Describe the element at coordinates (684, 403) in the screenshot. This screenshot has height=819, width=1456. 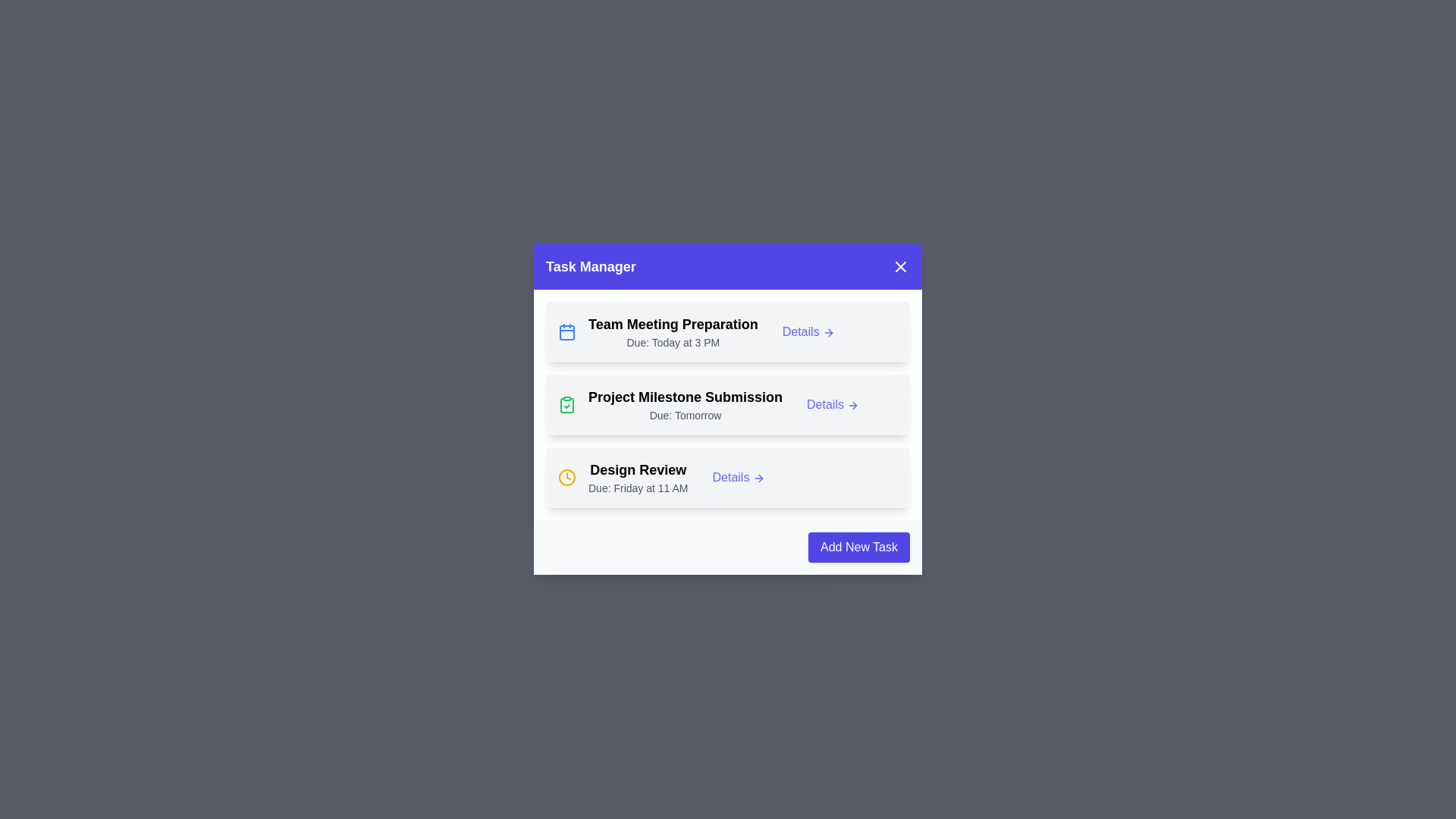
I see `the text element displaying the task name and due date, which is the second task entry in the vertical list, located below 'Team Meeting Preparation' and above 'Design Review'` at that location.